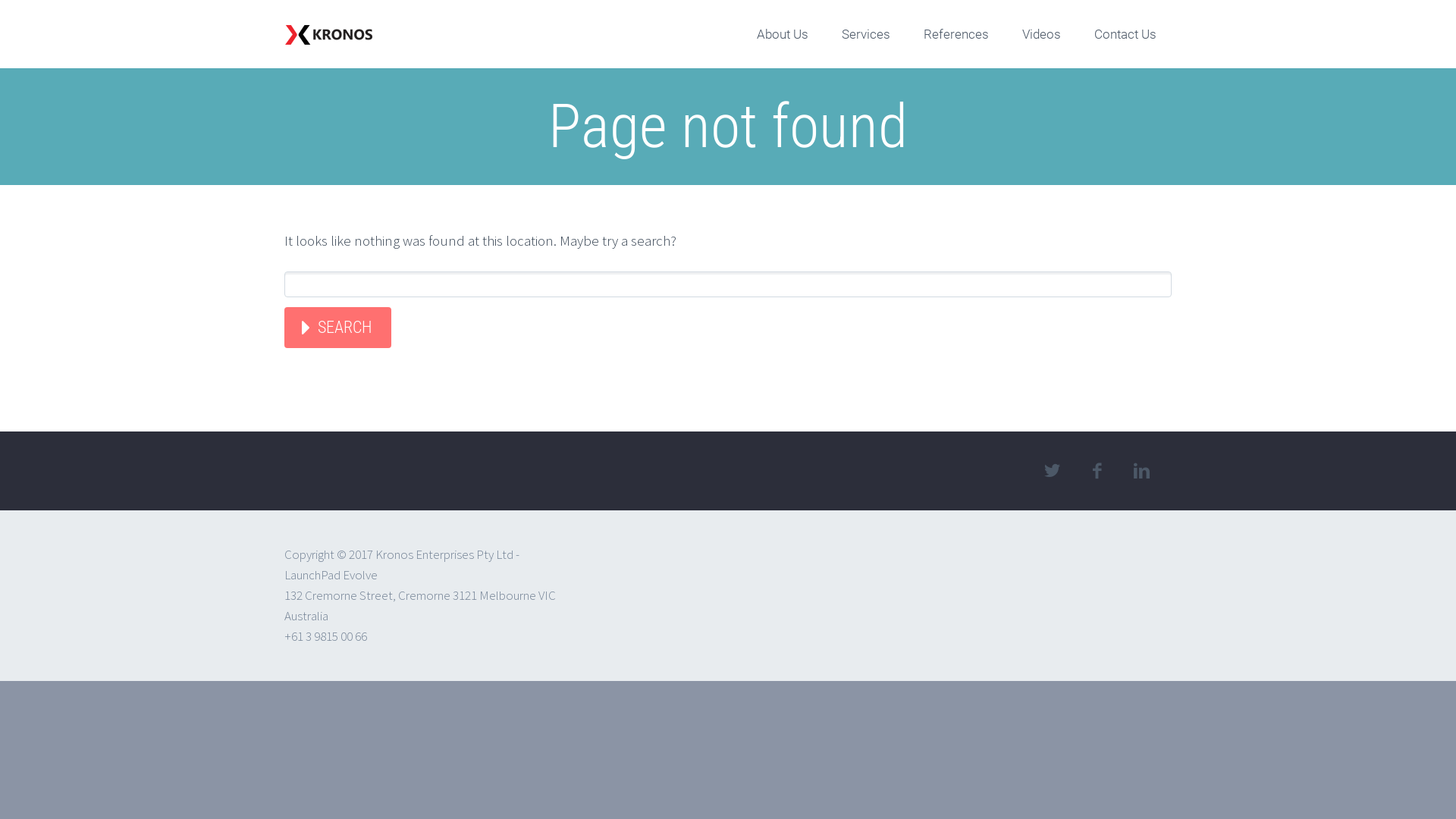 The width and height of the screenshot is (1456, 819). What do you see at coordinates (1096, 470) in the screenshot?
I see `'facebook'` at bounding box center [1096, 470].